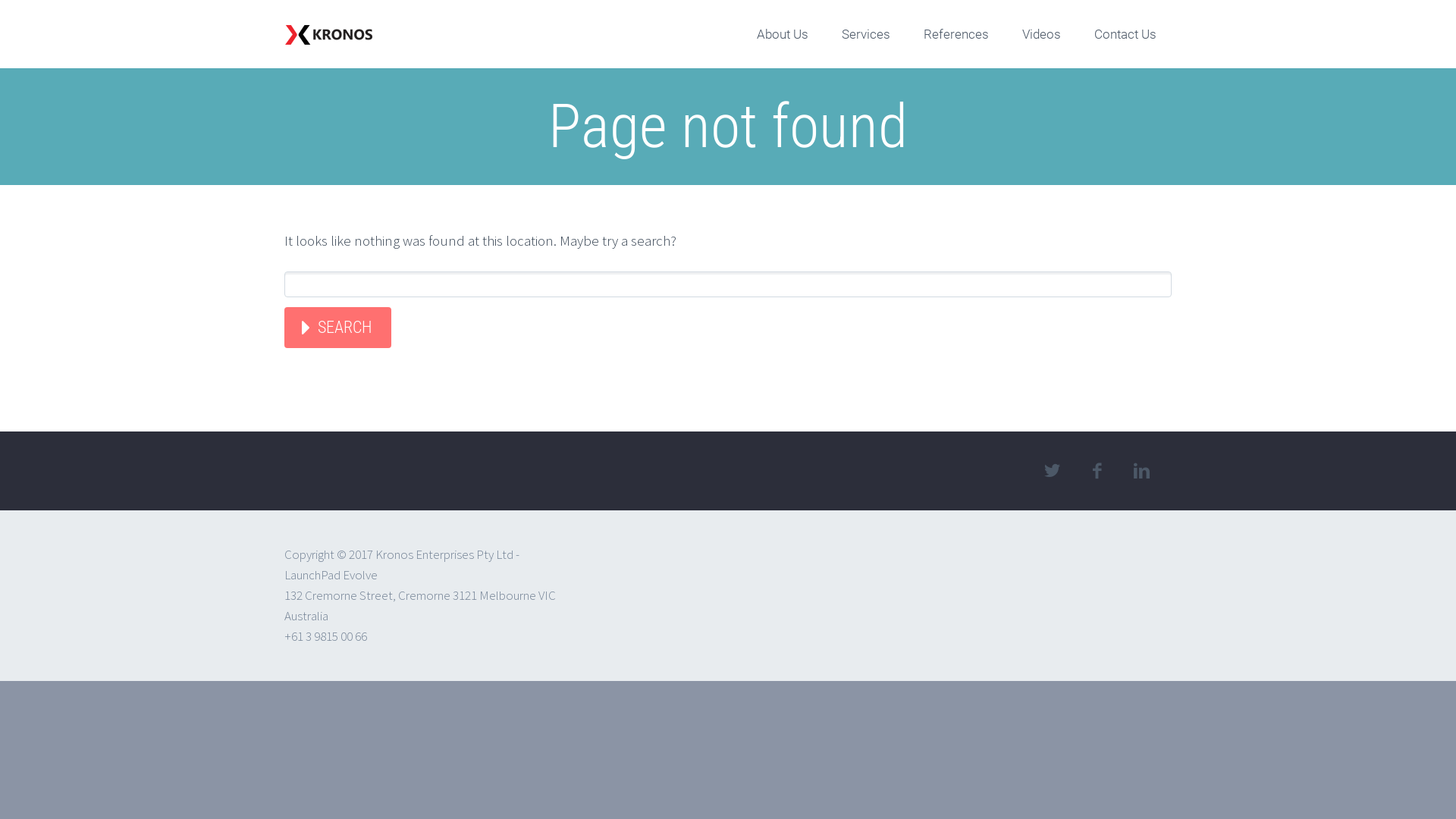 The width and height of the screenshot is (1456, 819). What do you see at coordinates (1096, 470) in the screenshot?
I see `'facebook'` at bounding box center [1096, 470].